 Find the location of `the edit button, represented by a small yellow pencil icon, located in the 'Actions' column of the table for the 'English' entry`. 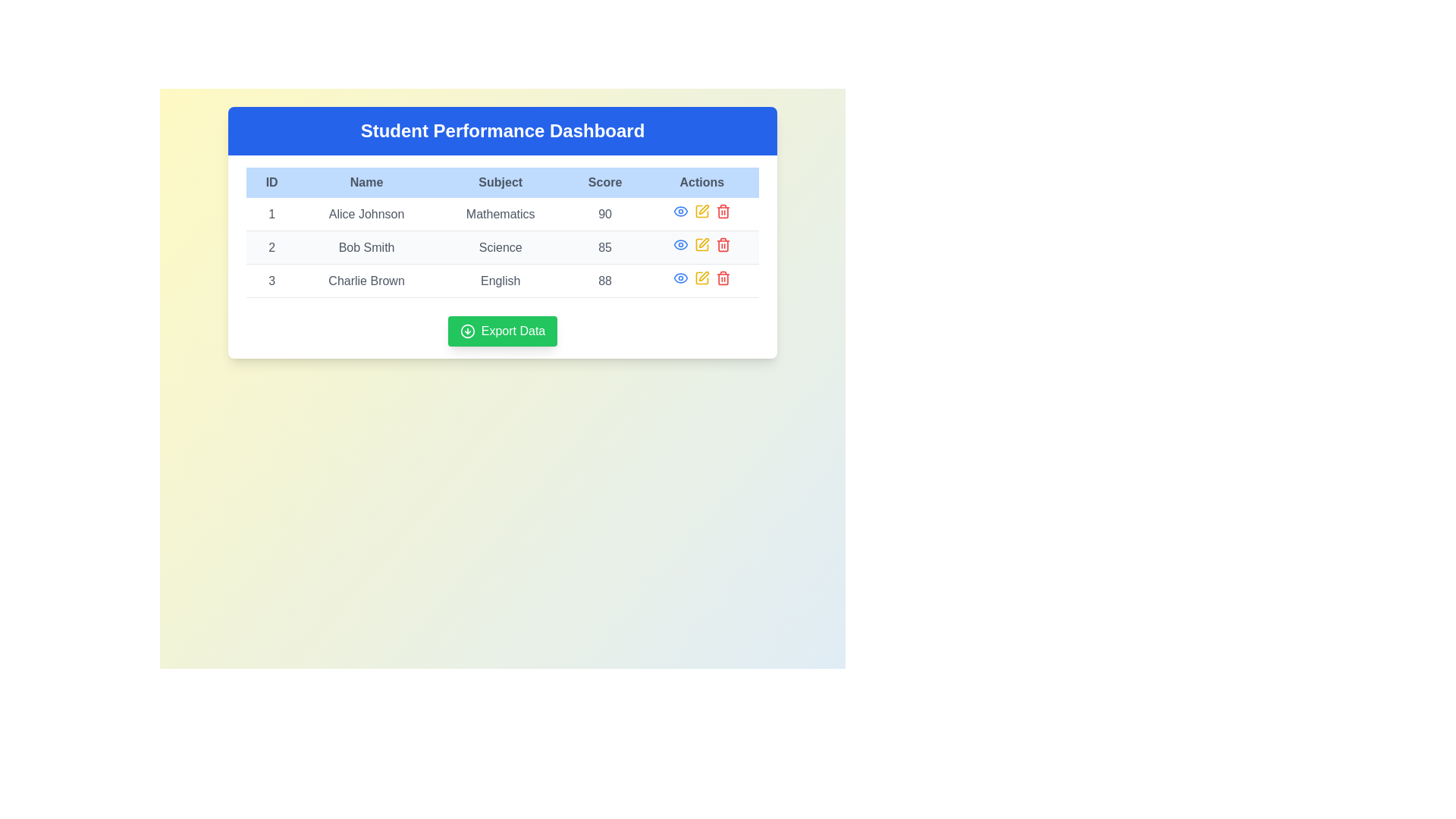

the edit button, represented by a small yellow pencil icon, located in the 'Actions' column of the table for the 'English' entry is located at coordinates (701, 278).